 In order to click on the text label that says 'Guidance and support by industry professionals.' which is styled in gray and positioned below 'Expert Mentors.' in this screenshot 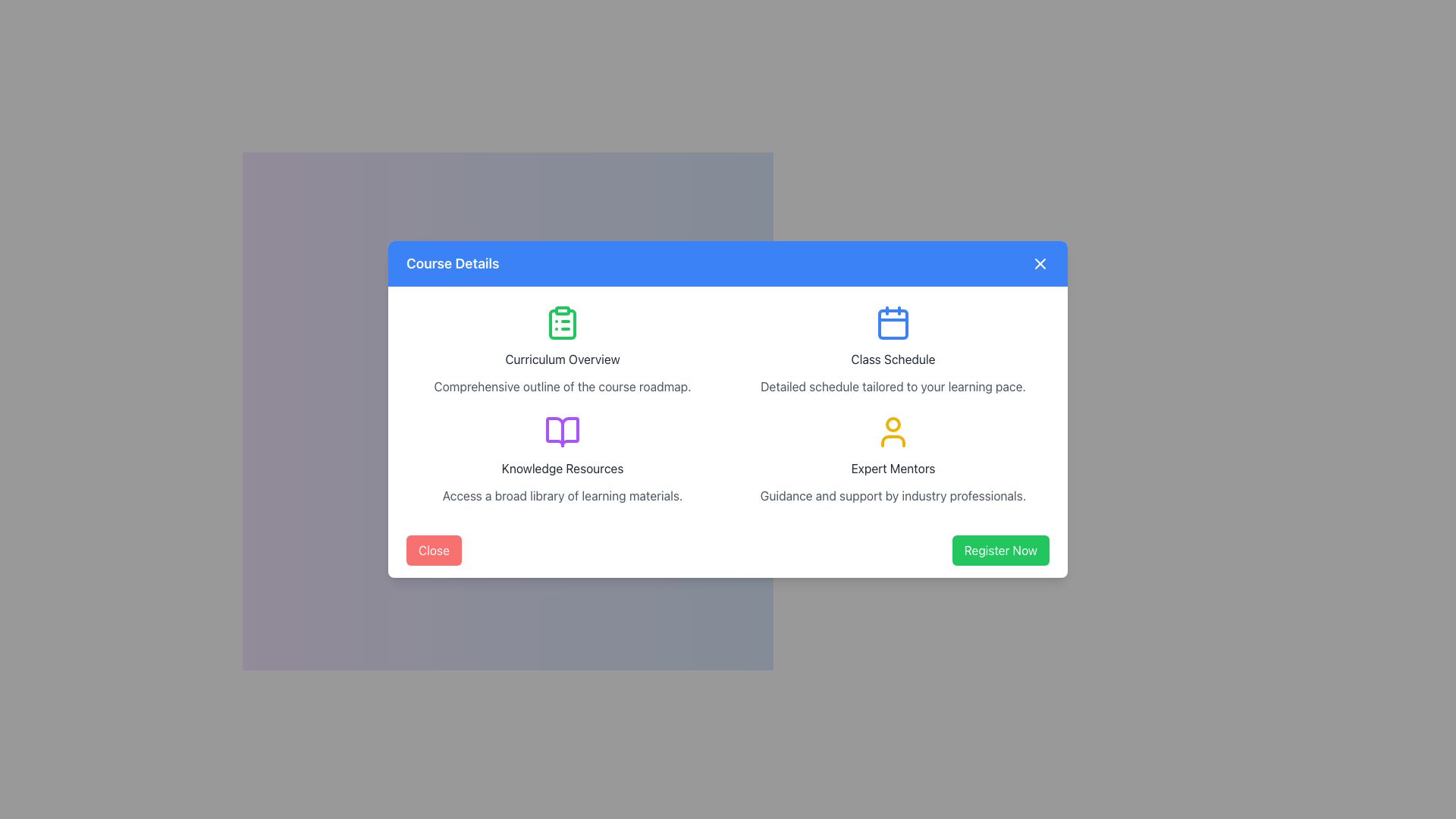, I will do `click(893, 496)`.